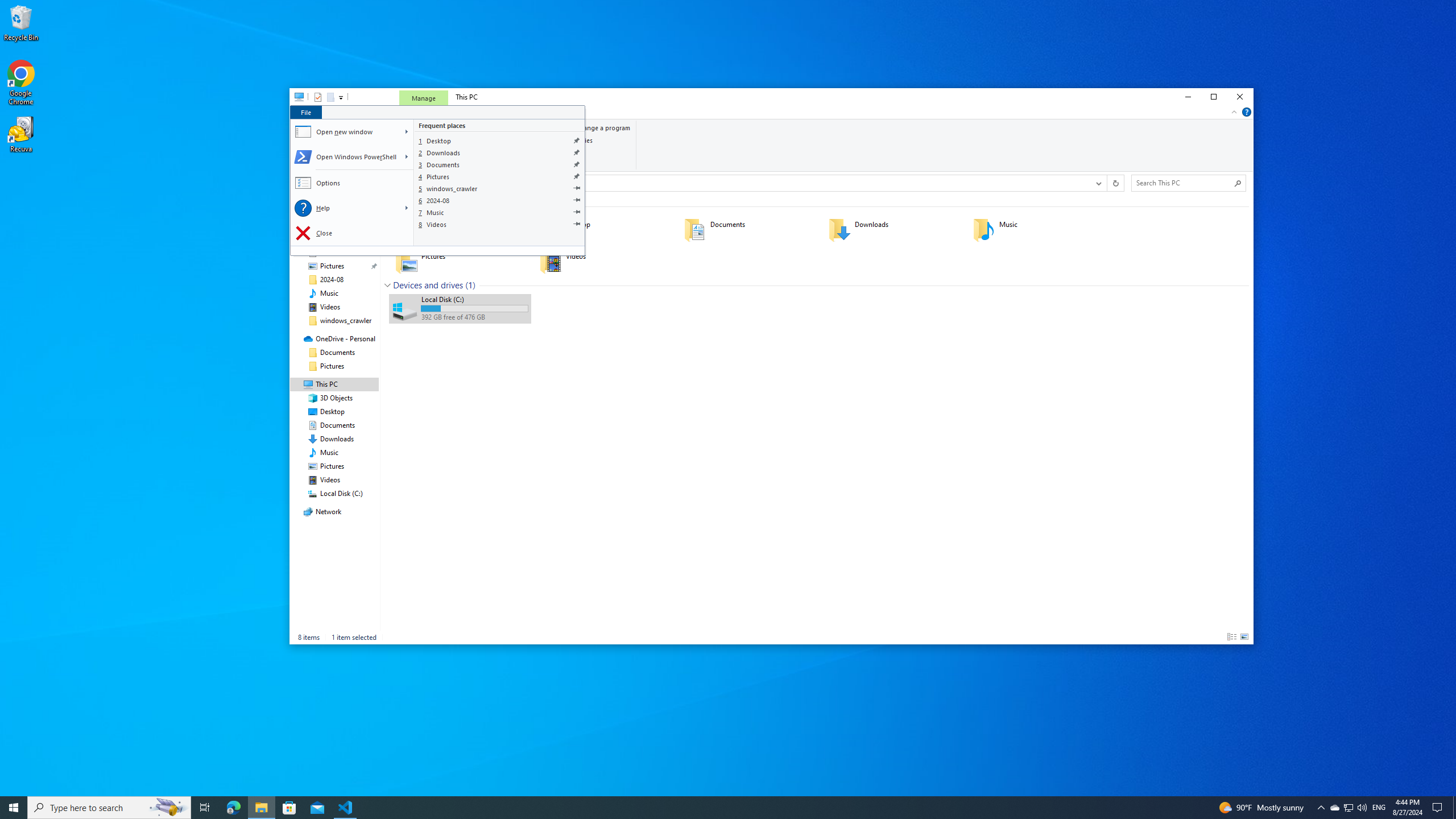 The height and width of the screenshot is (819, 1456). Describe the element at coordinates (500, 140) in the screenshot. I see `'Desktop'` at that location.